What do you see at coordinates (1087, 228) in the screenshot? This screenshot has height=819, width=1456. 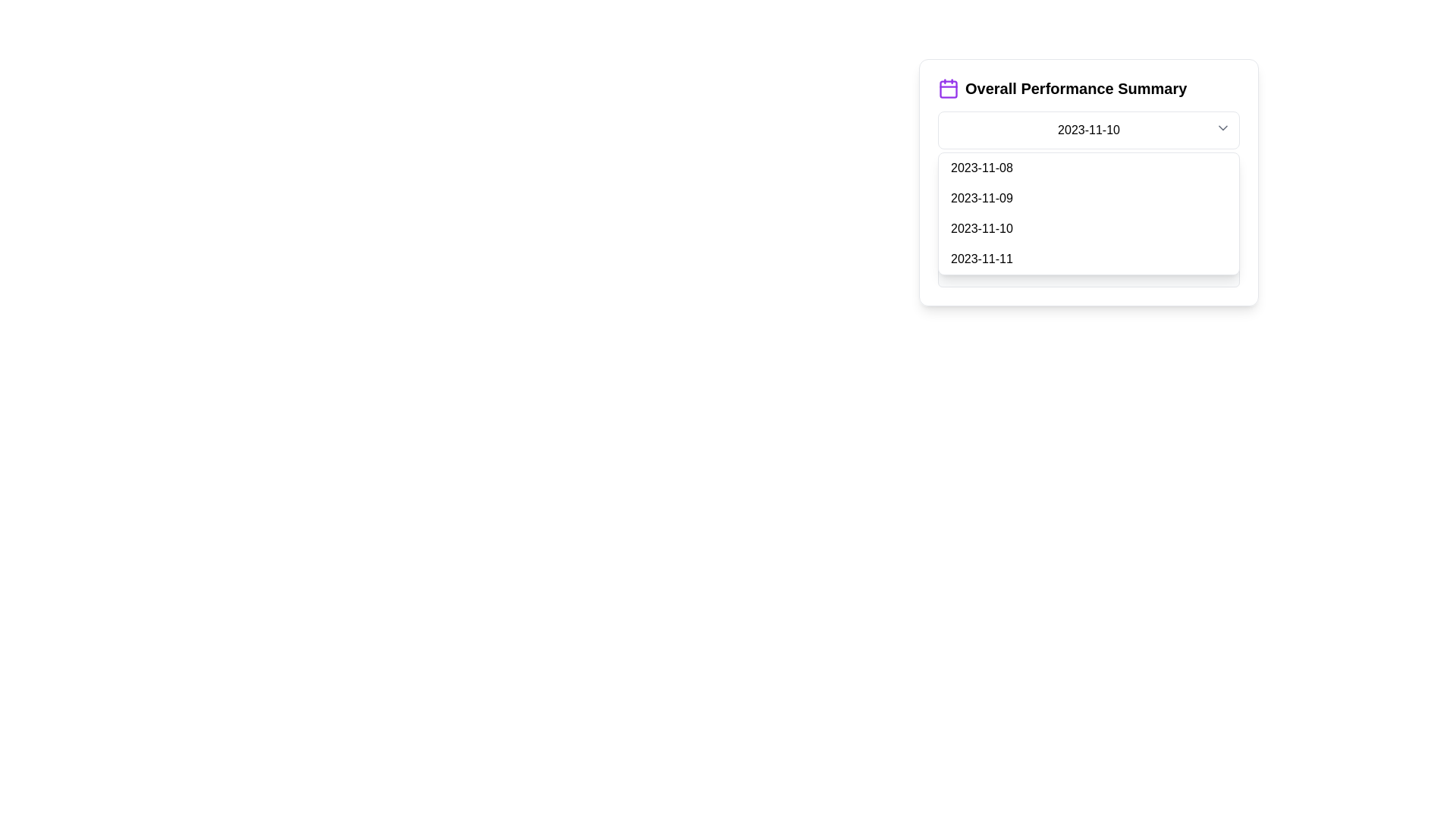 I see `to select the date '2023-11-10' from the dropdown menu under the title 'Overall Performance Summary'` at bounding box center [1087, 228].